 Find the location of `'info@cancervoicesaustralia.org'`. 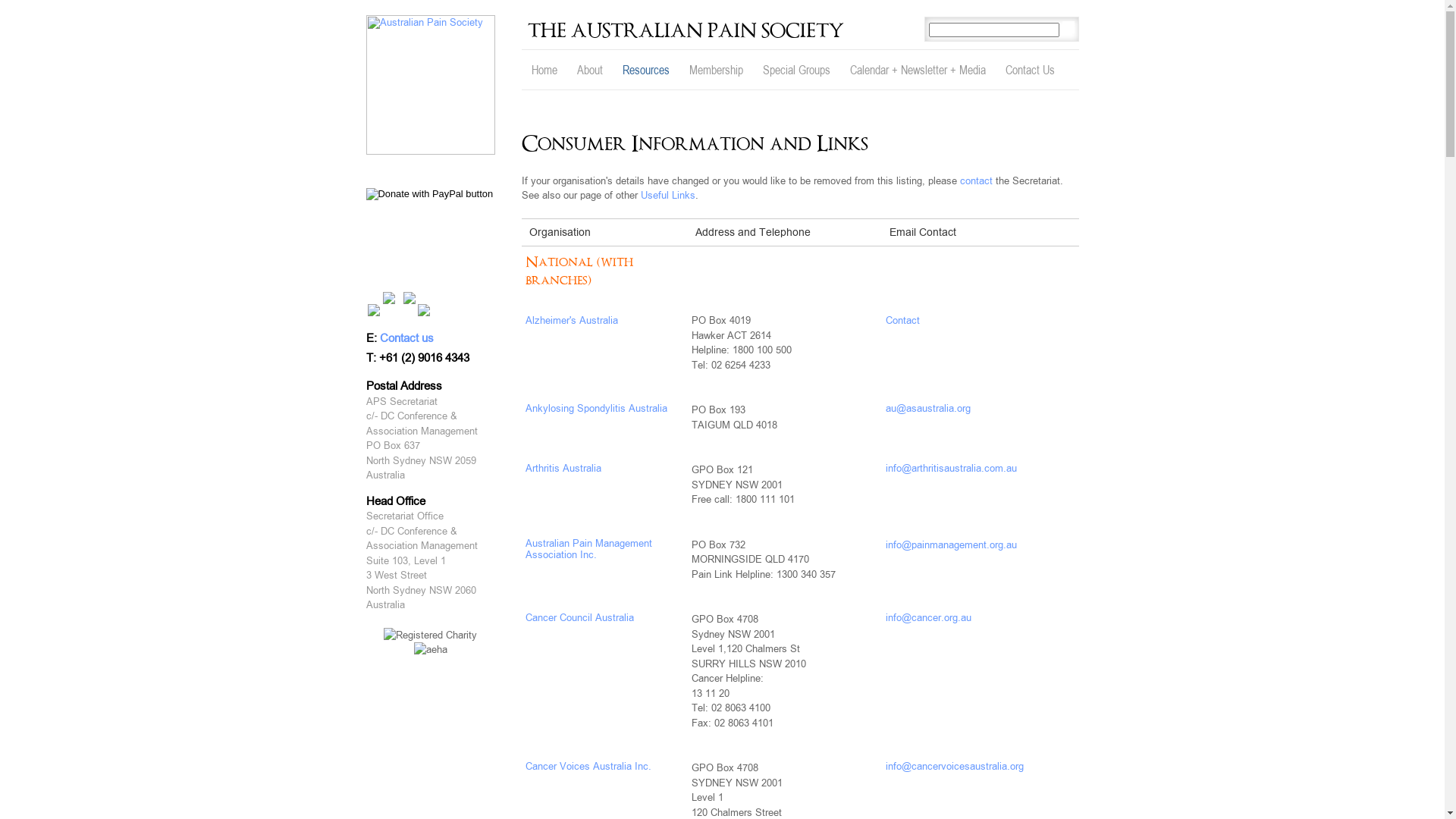

'info@cancervoicesaustralia.org' is located at coordinates (953, 766).